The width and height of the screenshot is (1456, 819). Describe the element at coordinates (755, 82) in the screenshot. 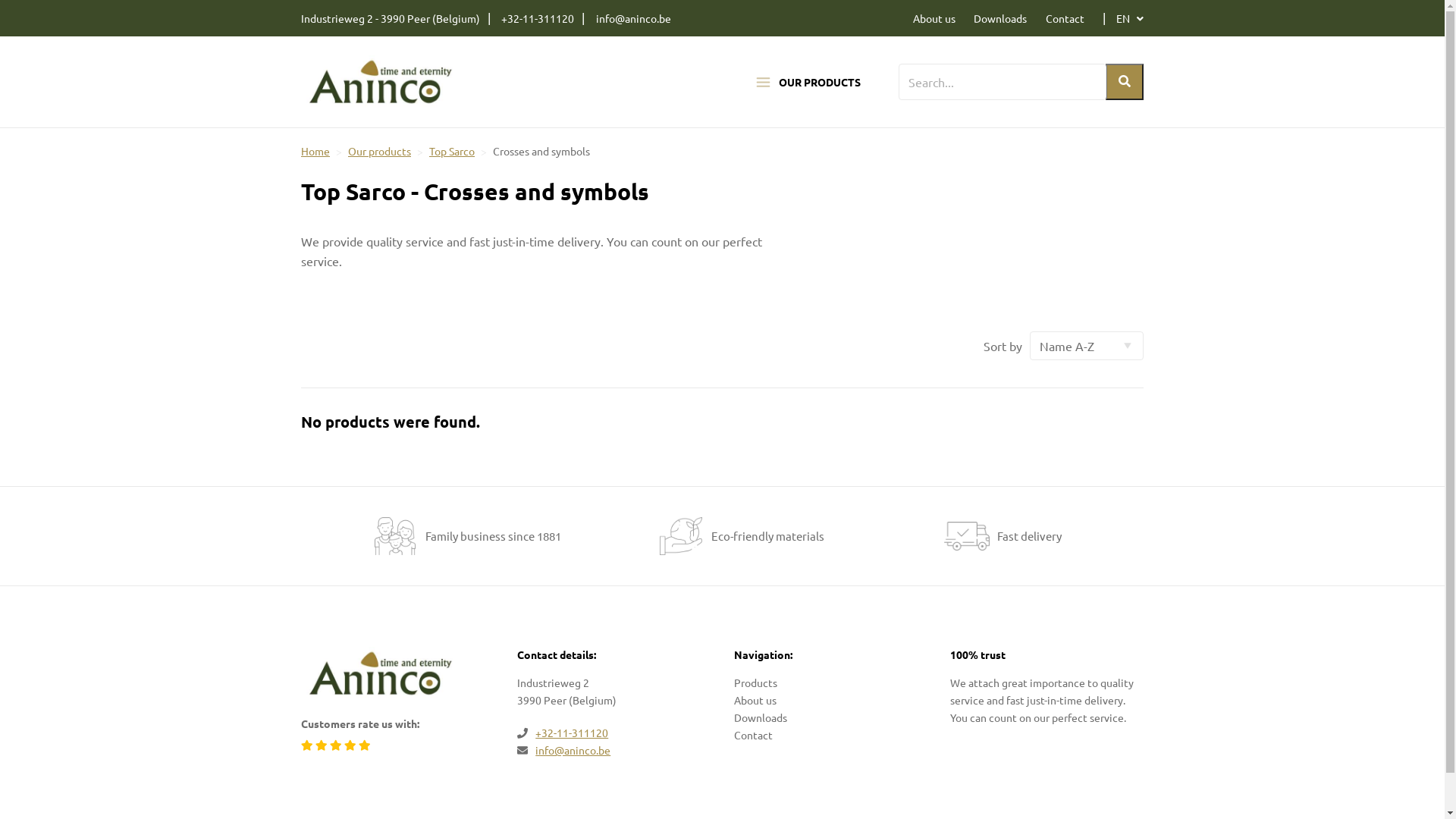

I see `'OUR PRODUCTS'` at that location.